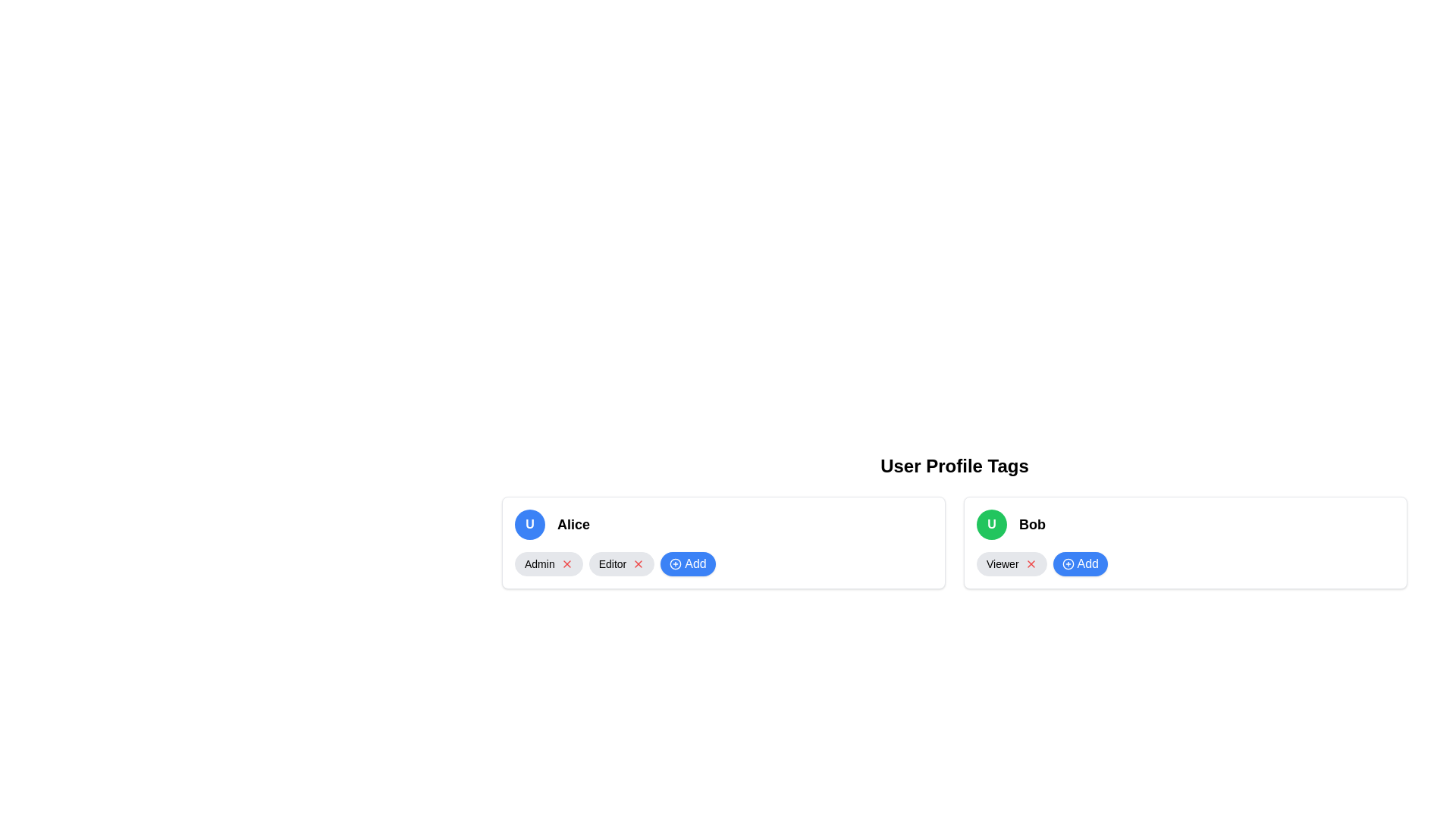 This screenshot has width=1456, height=819. Describe the element at coordinates (1185, 523) in the screenshot. I see `the User Profile Tag, which consists of a green circular badge with the letter 'U' and the name 'Bob' in bold, positioned in the center-right of the interface` at that location.